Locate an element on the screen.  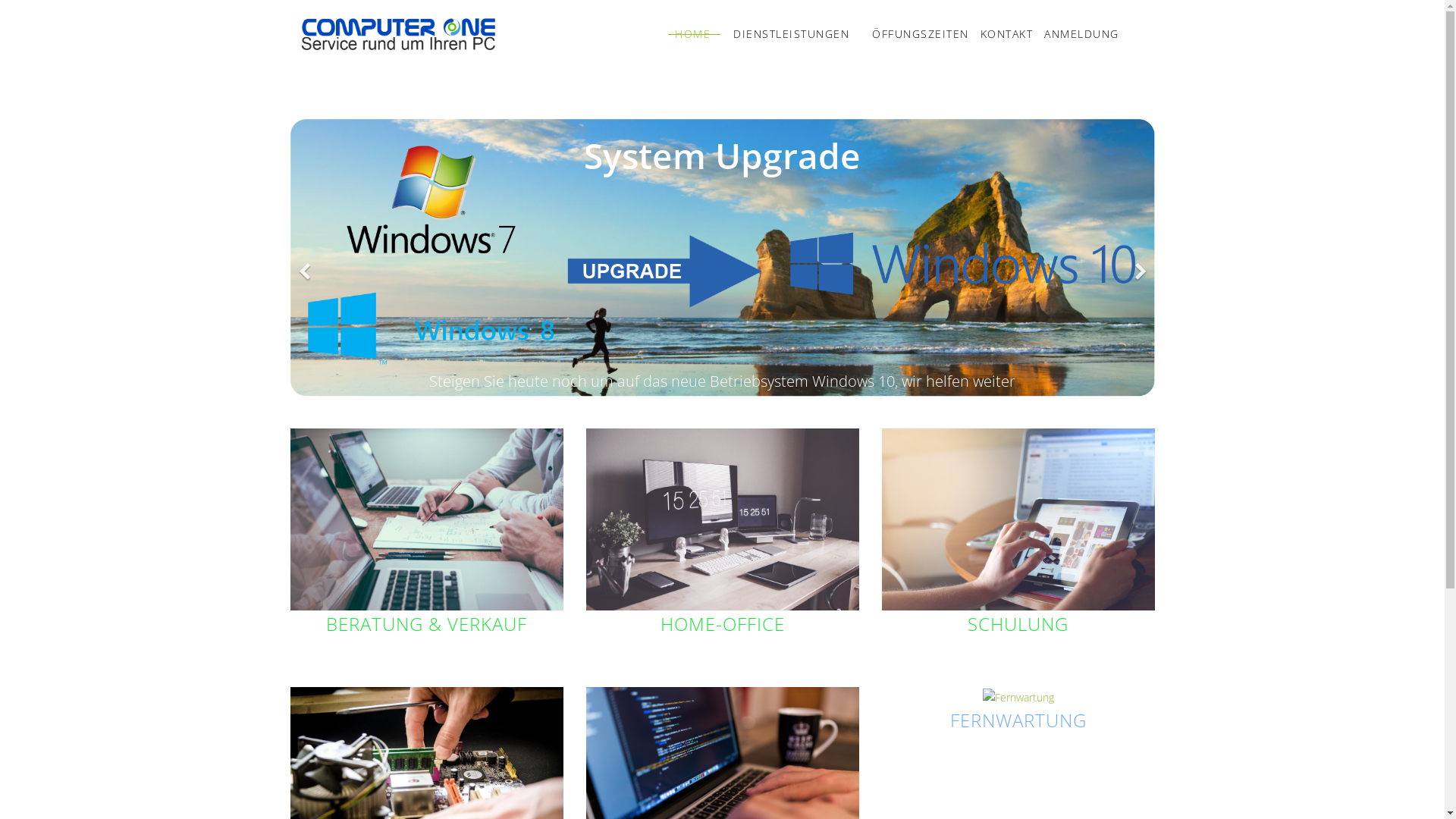
'Fernwartung' is located at coordinates (1018, 698).